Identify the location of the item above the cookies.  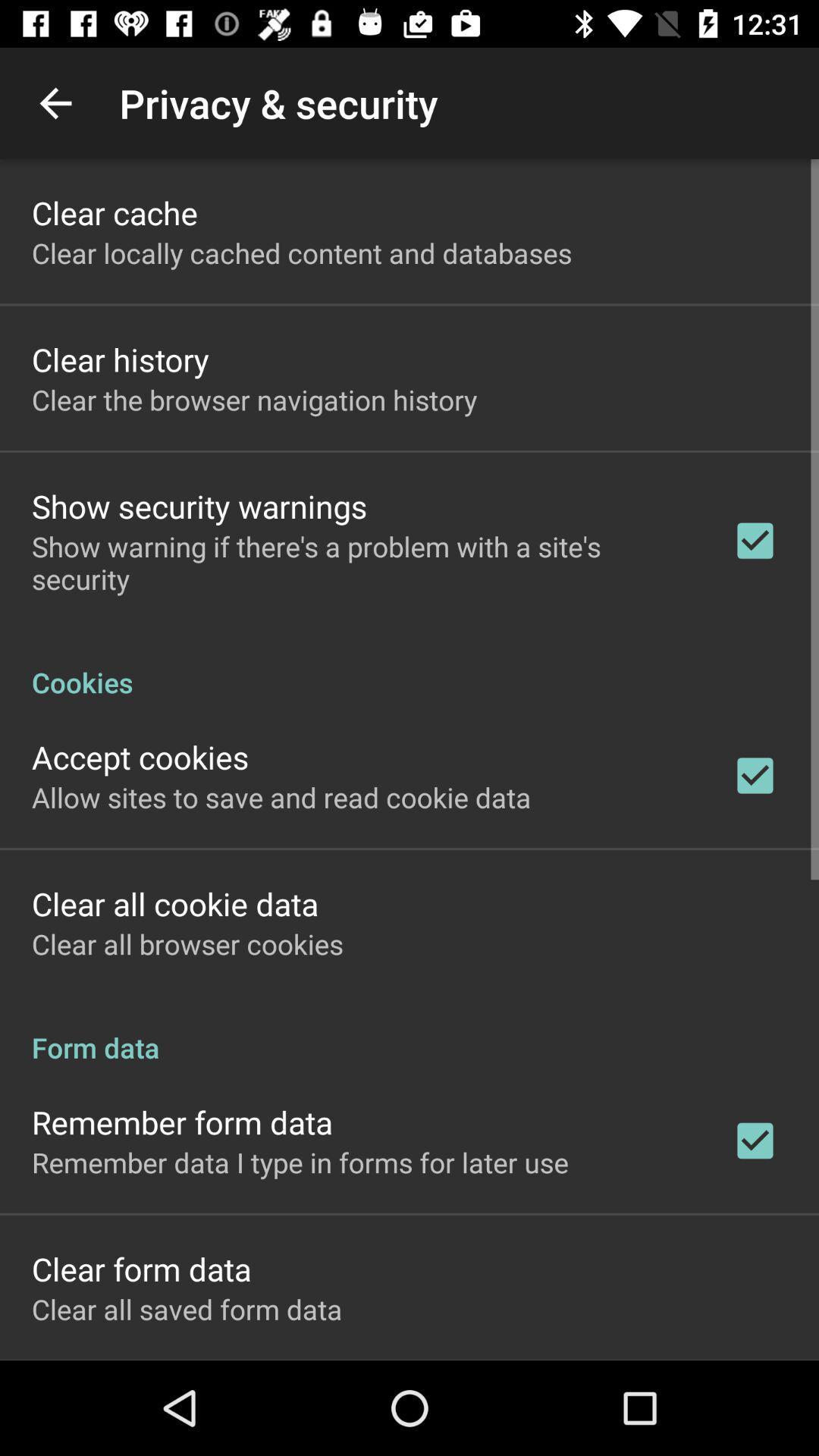
(362, 562).